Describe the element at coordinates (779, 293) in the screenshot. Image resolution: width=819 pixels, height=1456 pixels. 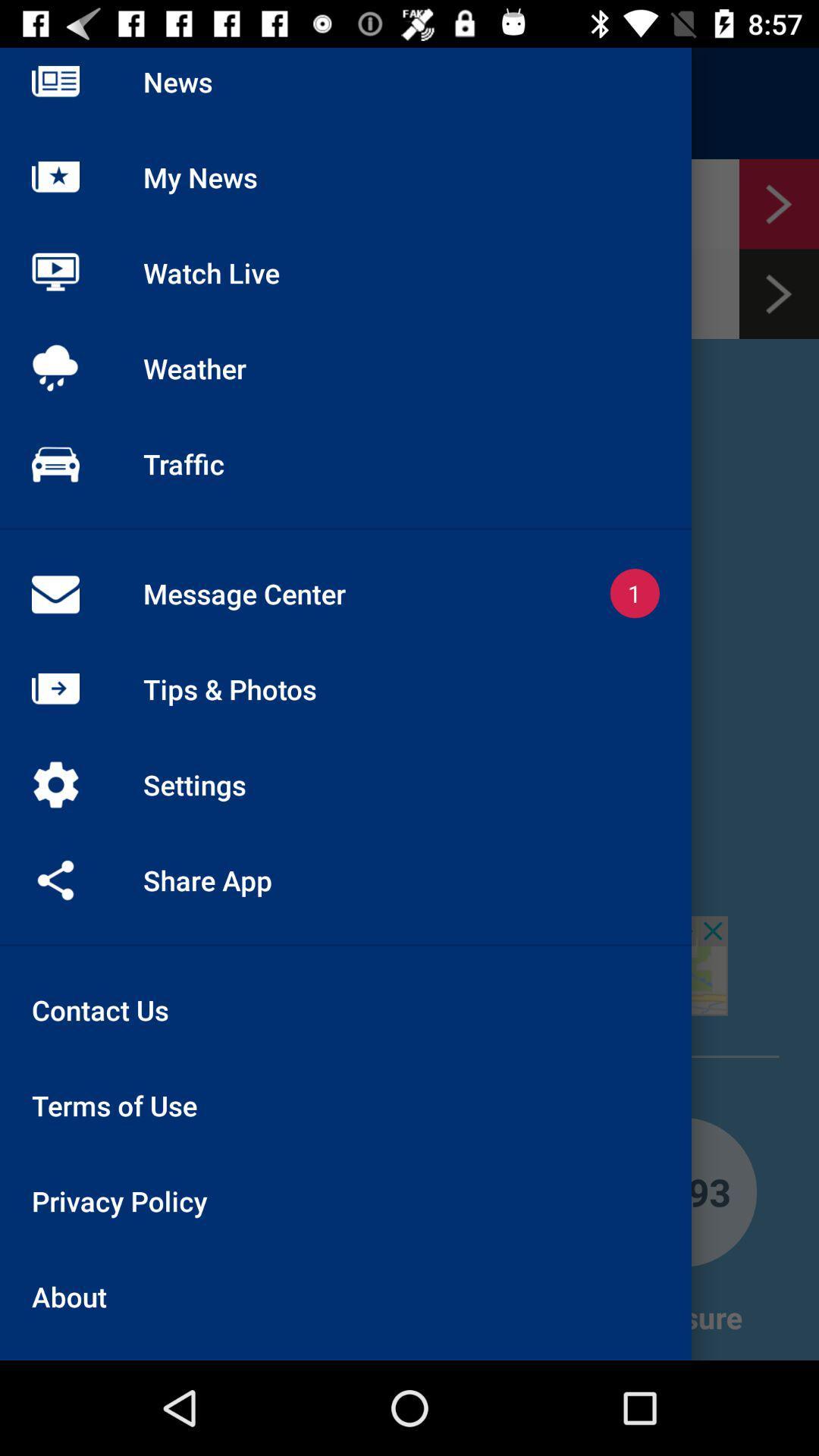
I see `the second forward button at the top of the page` at that location.